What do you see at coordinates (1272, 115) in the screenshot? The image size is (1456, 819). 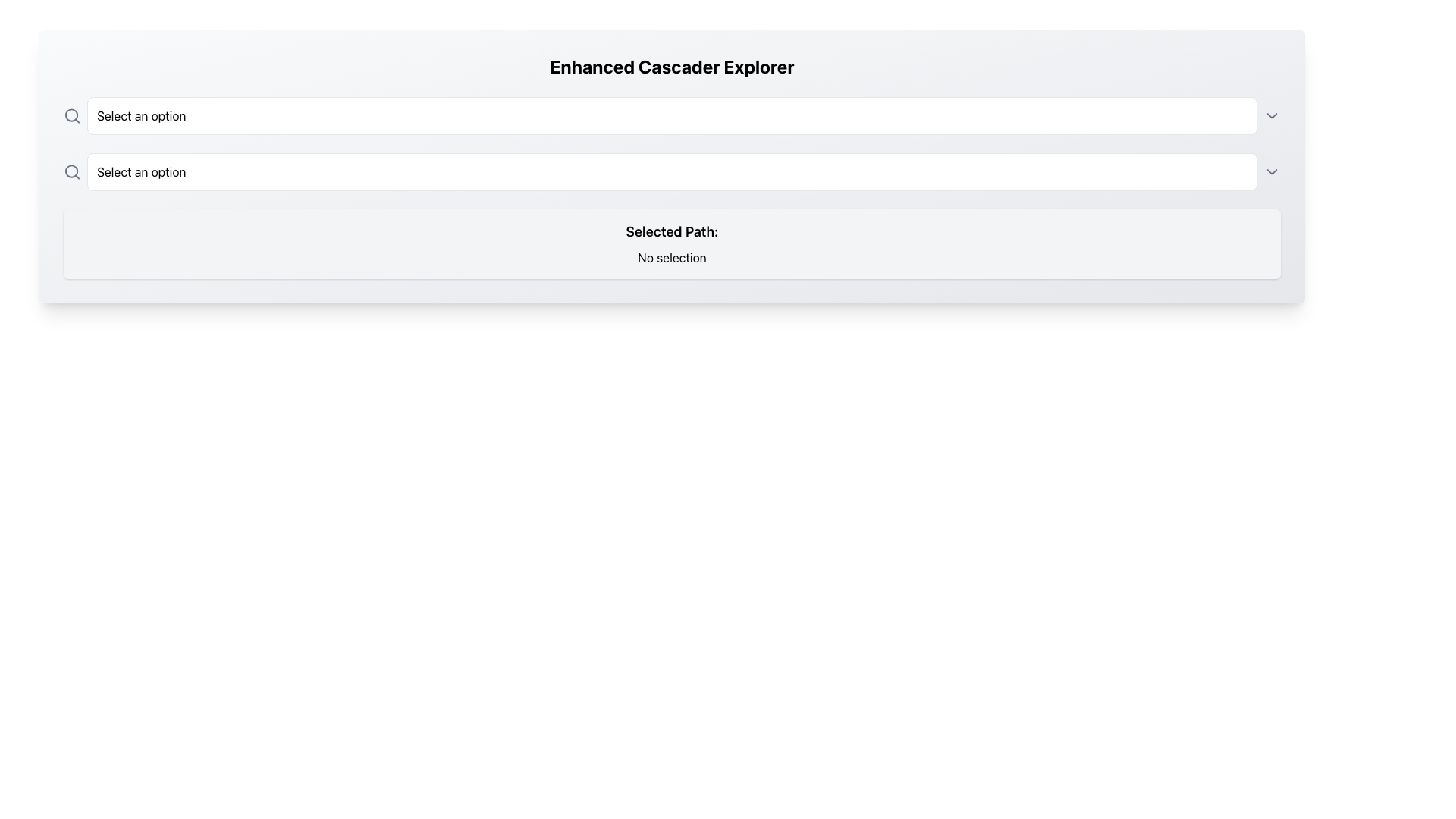 I see `the downward-pointing chevron icon on the far right side of the input field labeled 'Select an option'` at bounding box center [1272, 115].